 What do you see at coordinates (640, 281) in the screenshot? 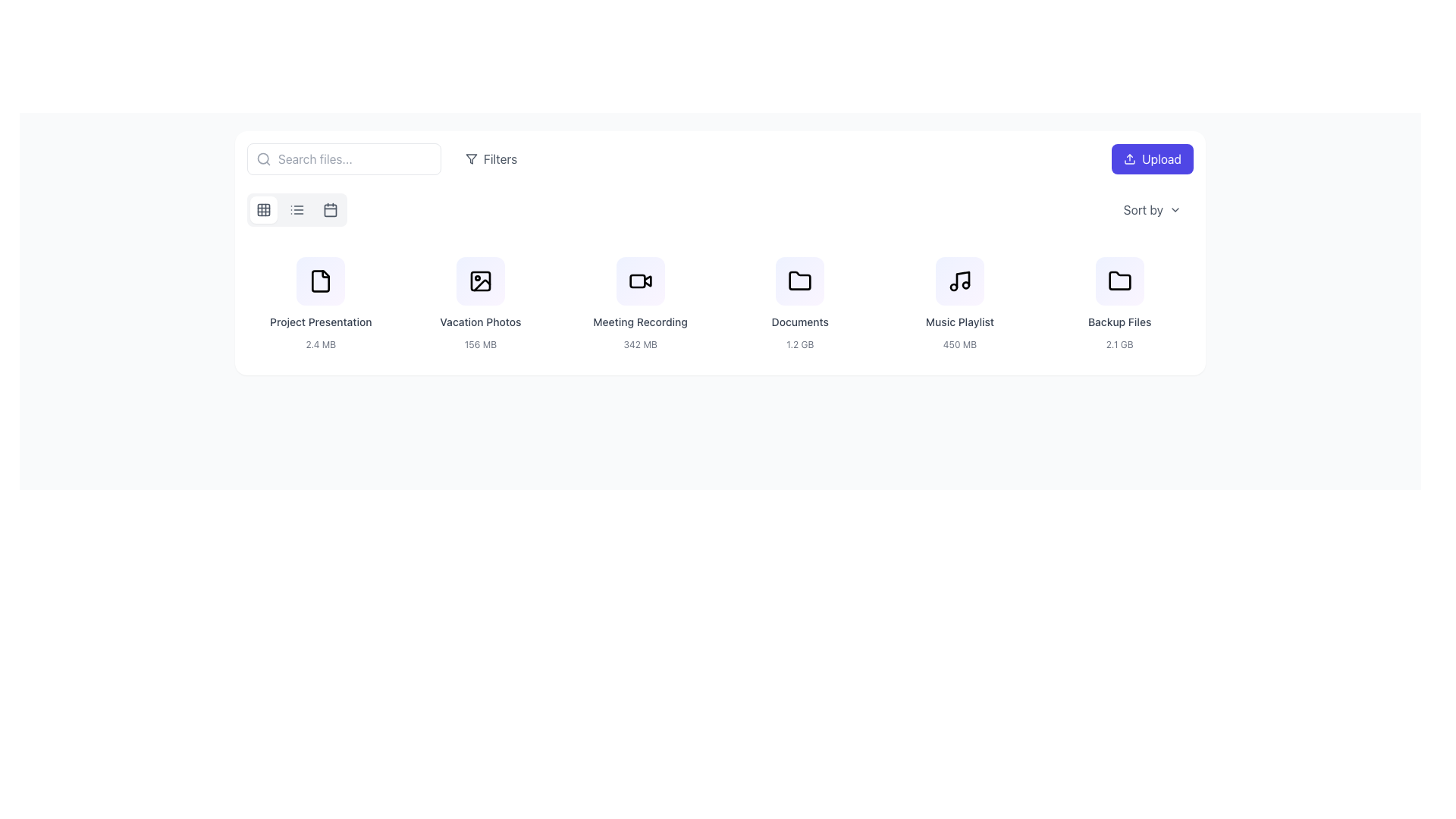
I see `the video camera icon located at the top-center of the 'Meeting Recording' file preview, which is the third card in the horizontal row of file previews` at bounding box center [640, 281].